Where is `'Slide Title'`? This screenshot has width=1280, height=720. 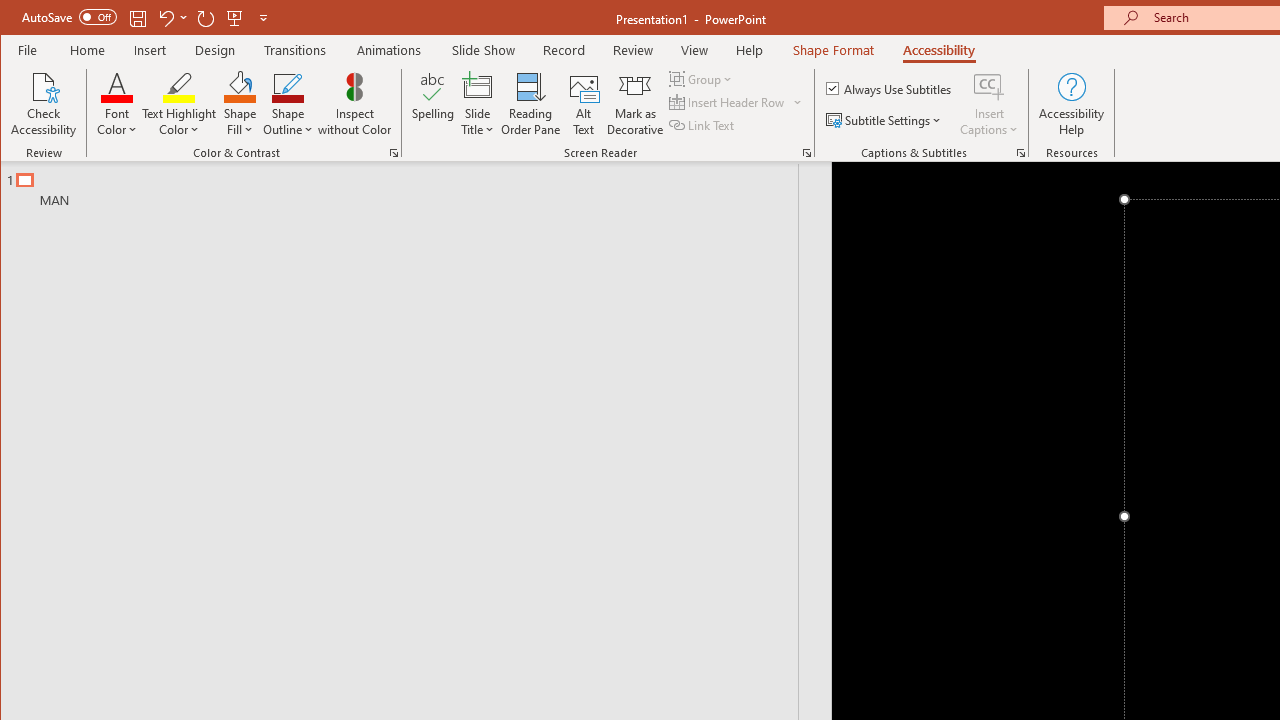 'Slide Title' is located at coordinates (477, 85).